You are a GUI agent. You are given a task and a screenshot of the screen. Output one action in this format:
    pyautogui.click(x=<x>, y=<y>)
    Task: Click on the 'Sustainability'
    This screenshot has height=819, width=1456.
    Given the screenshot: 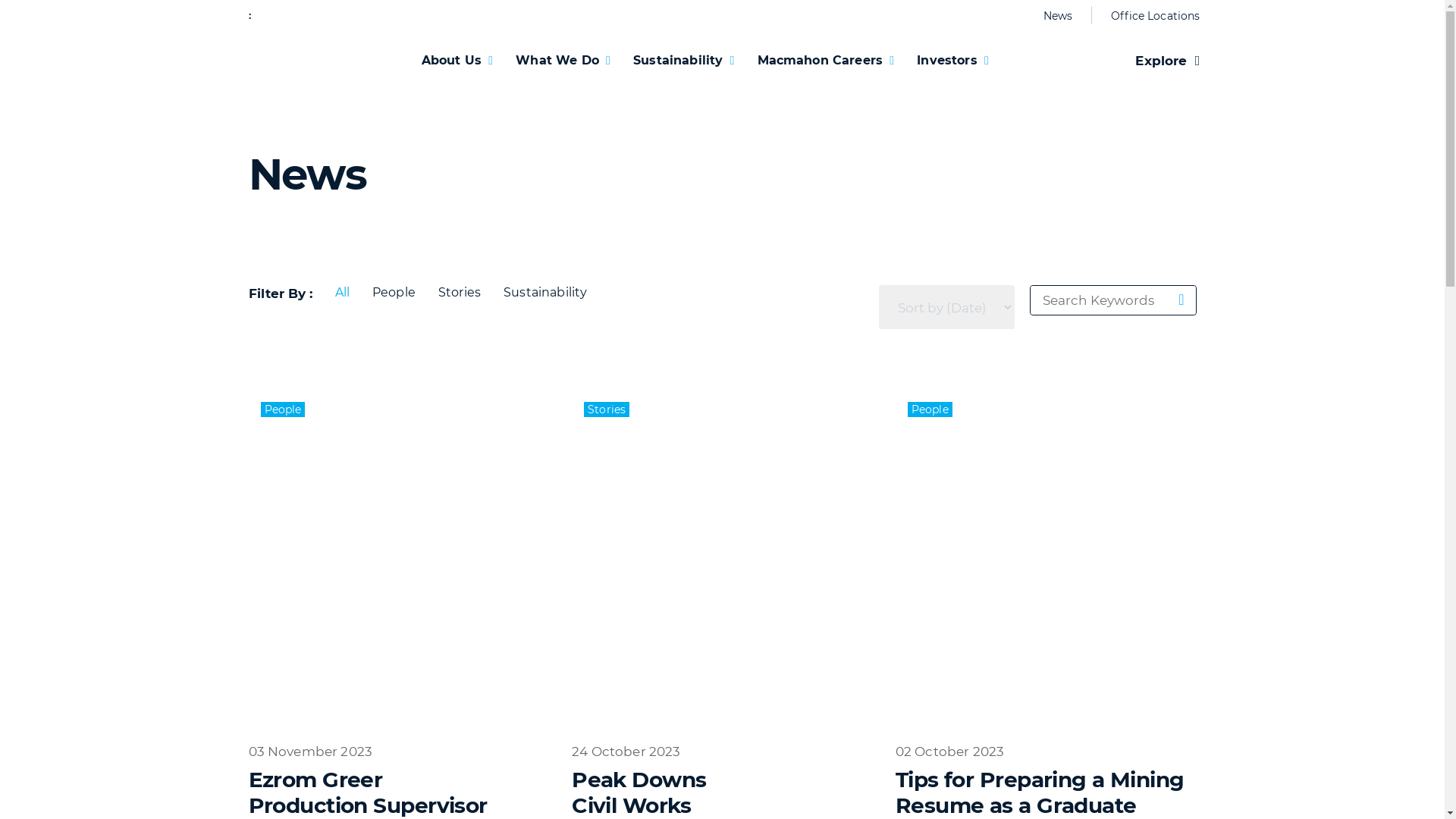 What is the action you would take?
    pyautogui.click(x=682, y=59)
    